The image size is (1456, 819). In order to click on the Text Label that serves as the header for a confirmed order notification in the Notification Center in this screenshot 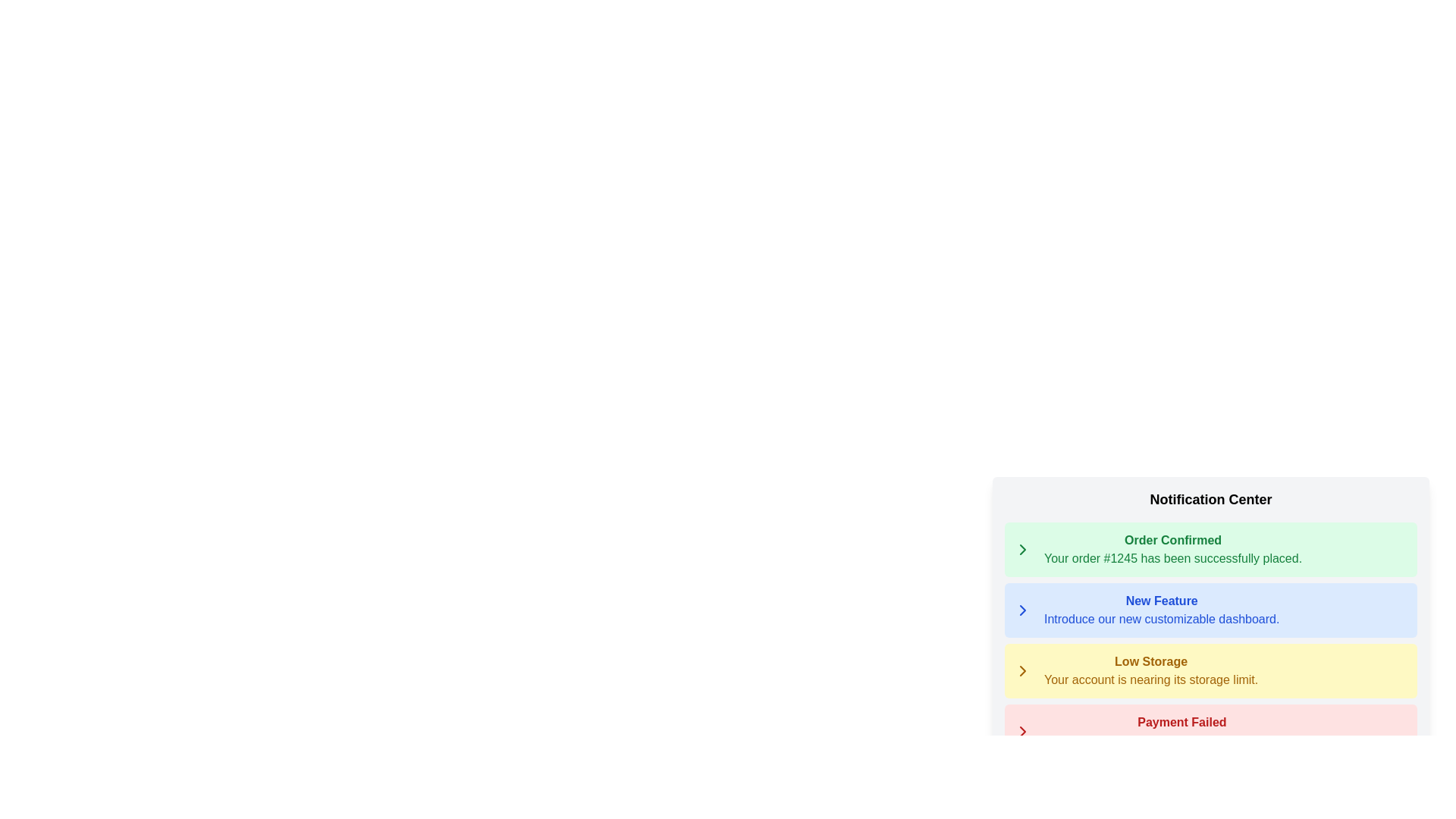, I will do `click(1172, 540)`.